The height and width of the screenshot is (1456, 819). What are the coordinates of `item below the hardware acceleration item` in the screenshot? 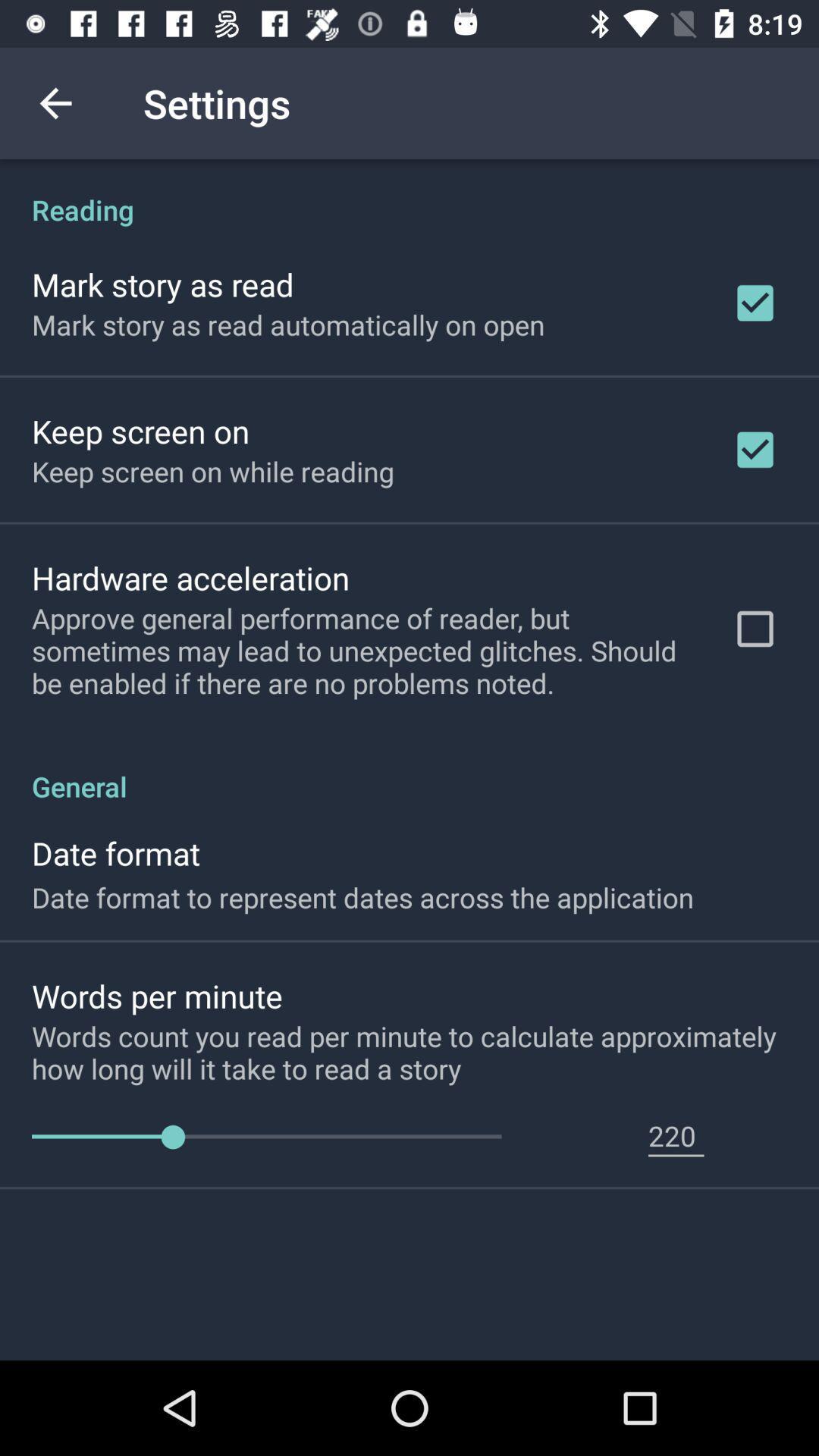 It's located at (362, 651).